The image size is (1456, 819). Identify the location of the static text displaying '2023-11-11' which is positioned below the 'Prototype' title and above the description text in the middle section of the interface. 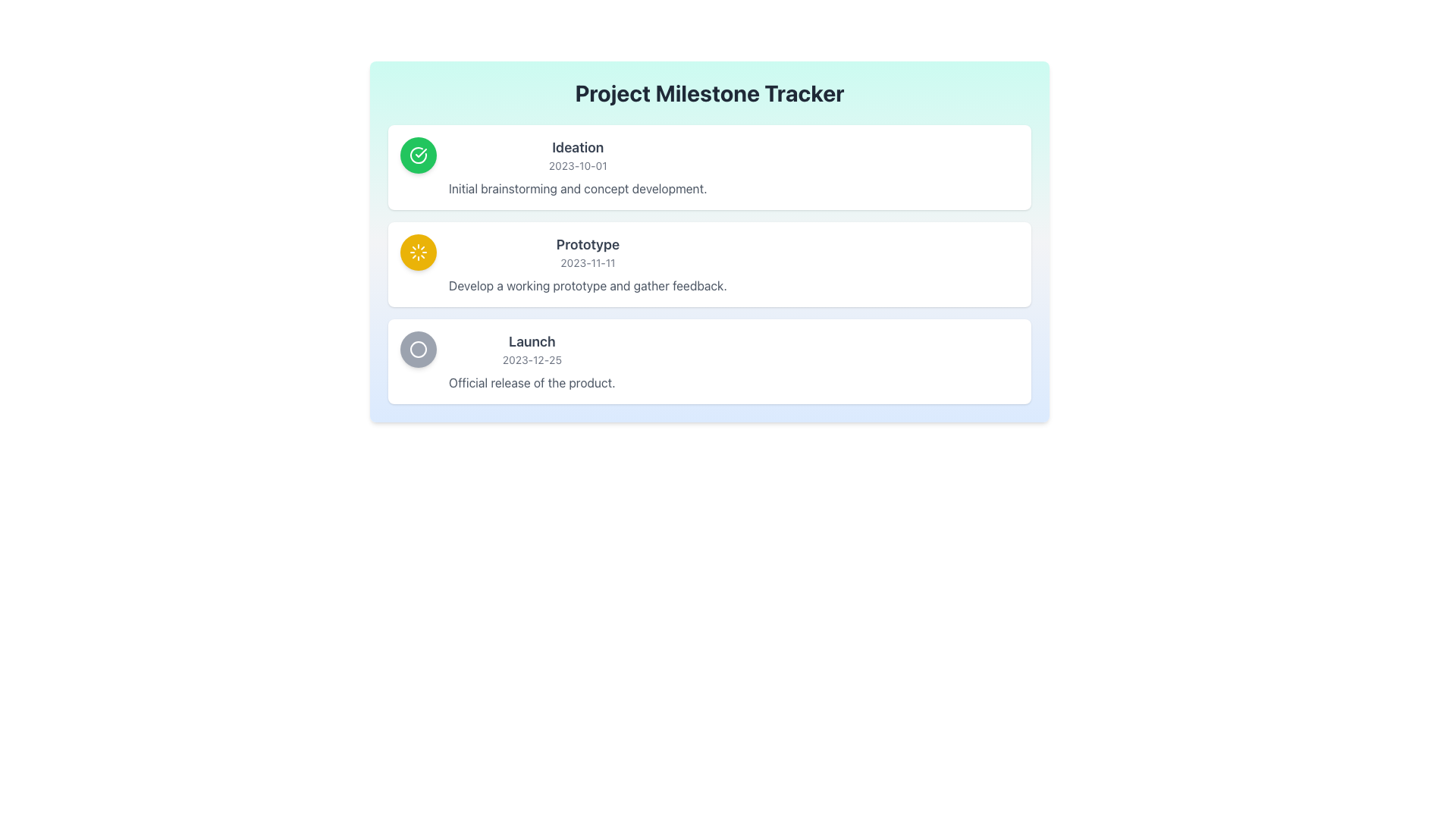
(587, 262).